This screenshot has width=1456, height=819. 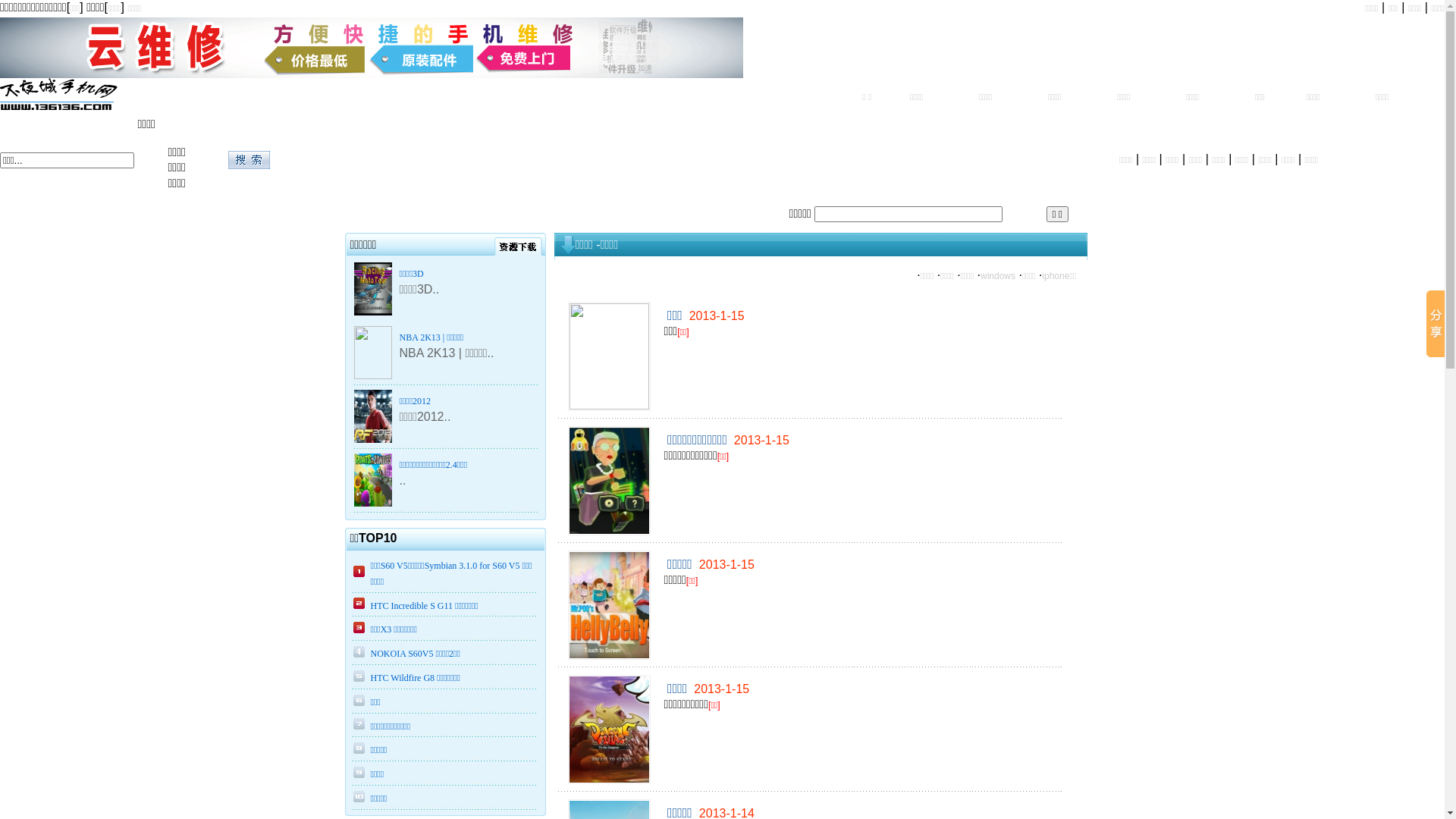 What do you see at coordinates (980, 275) in the screenshot?
I see `'windows'` at bounding box center [980, 275].